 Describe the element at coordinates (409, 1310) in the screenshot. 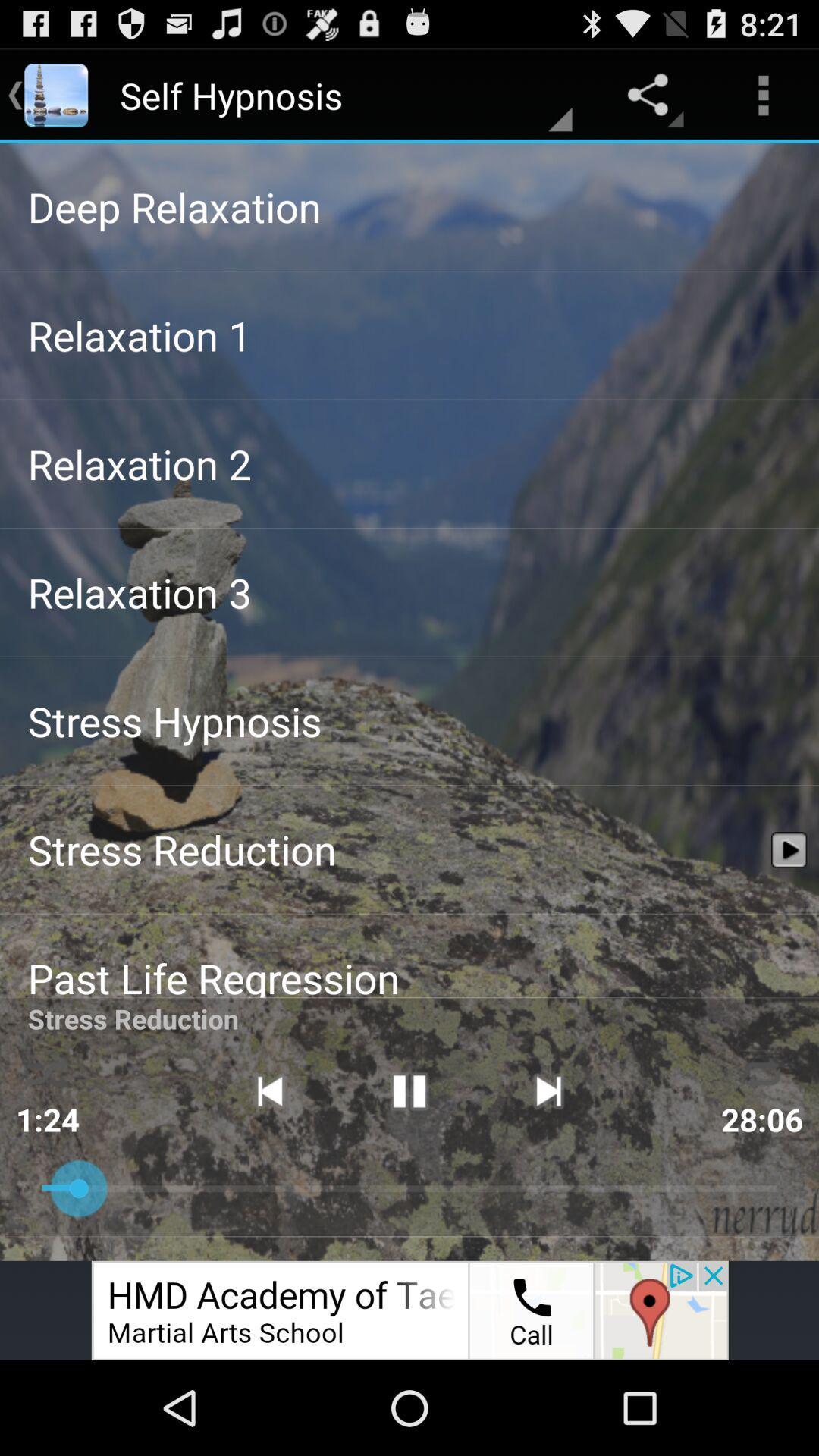

I see `click on advertisement` at that location.